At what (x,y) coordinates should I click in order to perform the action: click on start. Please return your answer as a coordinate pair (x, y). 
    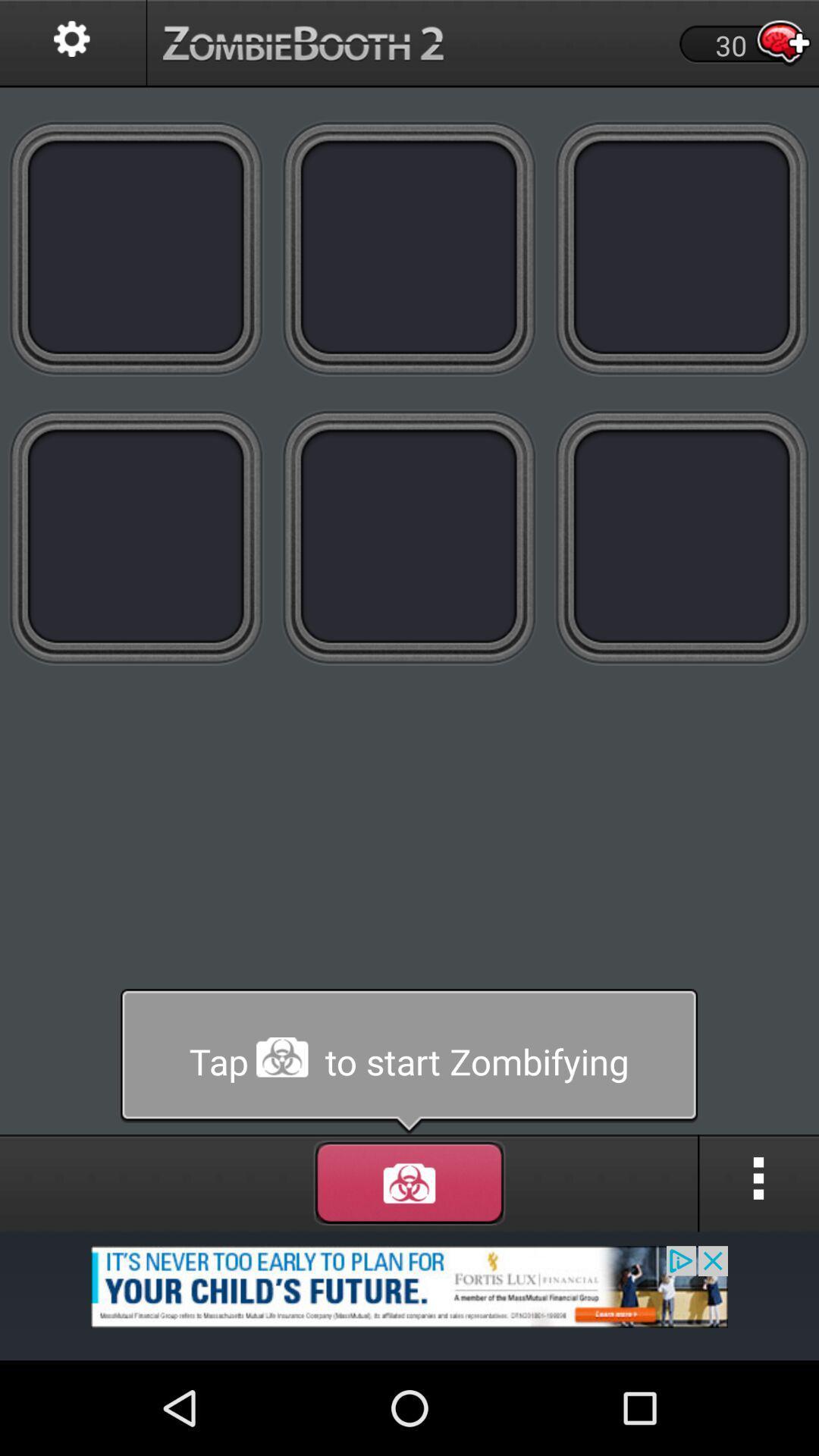
    Looking at the image, I should click on (409, 1182).